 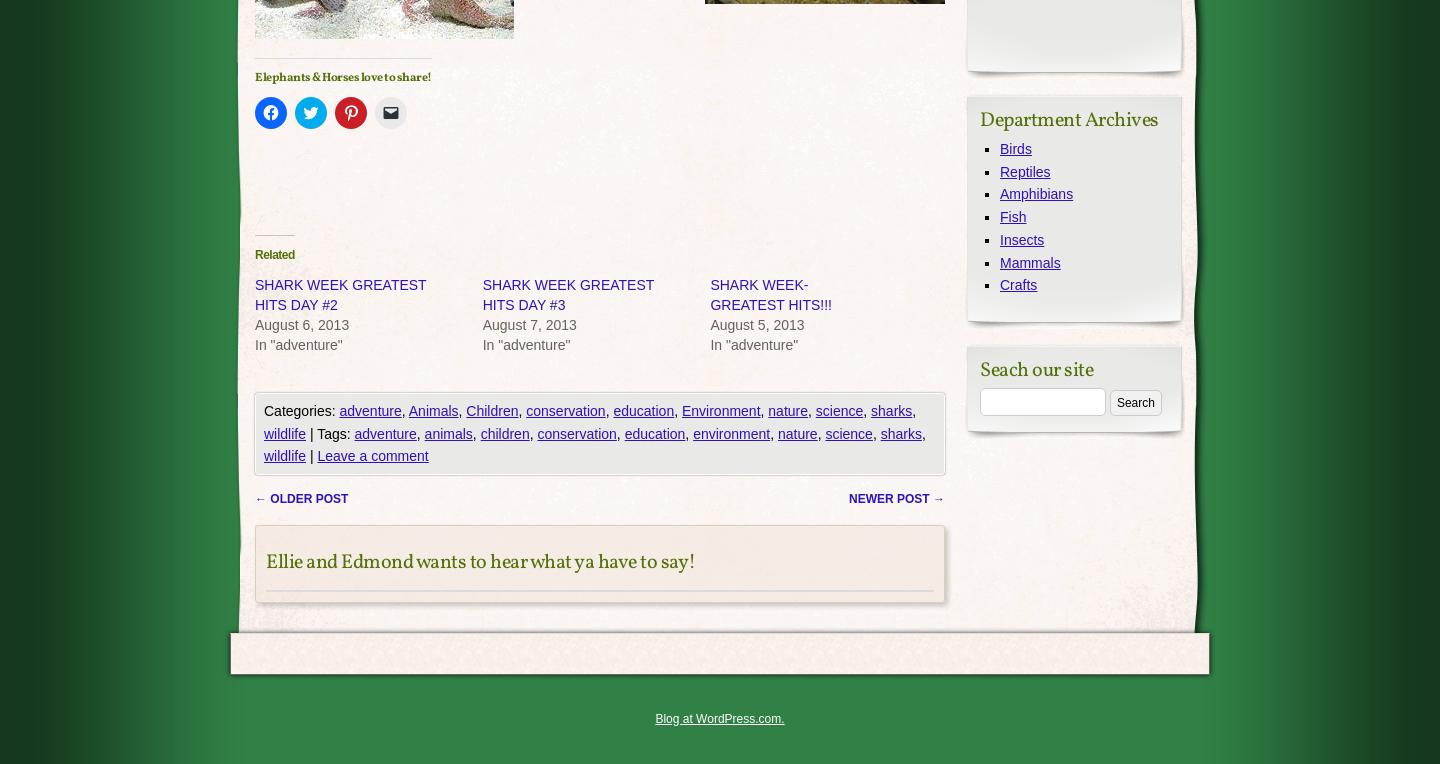 What do you see at coordinates (371, 456) in the screenshot?
I see `'Leave a comment'` at bounding box center [371, 456].